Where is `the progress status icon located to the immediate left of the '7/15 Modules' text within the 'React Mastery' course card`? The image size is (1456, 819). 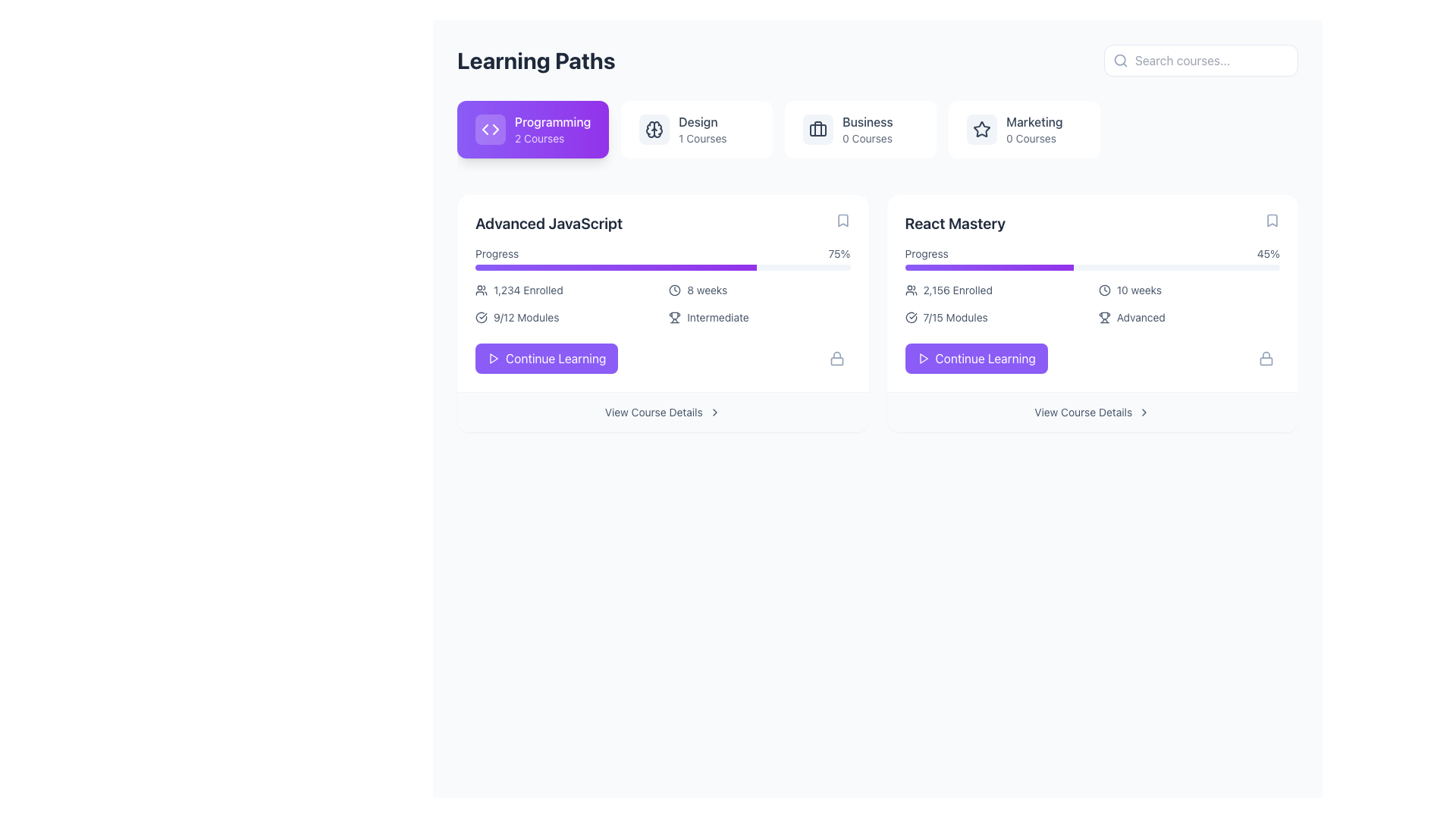
the progress status icon located to the immediate left of the '7/15 Modules' text within the 'React Mastery' course card is located at coordinates (910, 317).